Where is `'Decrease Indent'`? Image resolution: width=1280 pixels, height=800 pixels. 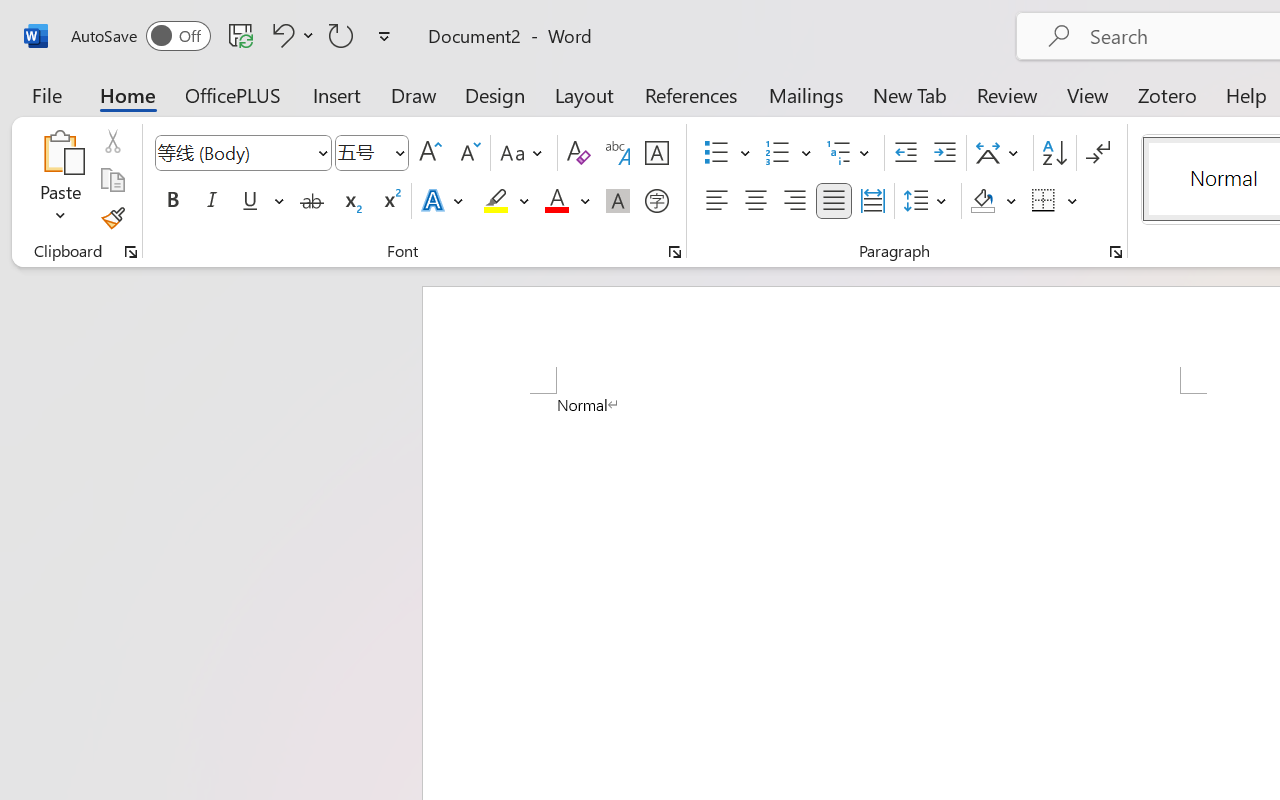
'Decrease Indent' is located at coordinates (905, 153).